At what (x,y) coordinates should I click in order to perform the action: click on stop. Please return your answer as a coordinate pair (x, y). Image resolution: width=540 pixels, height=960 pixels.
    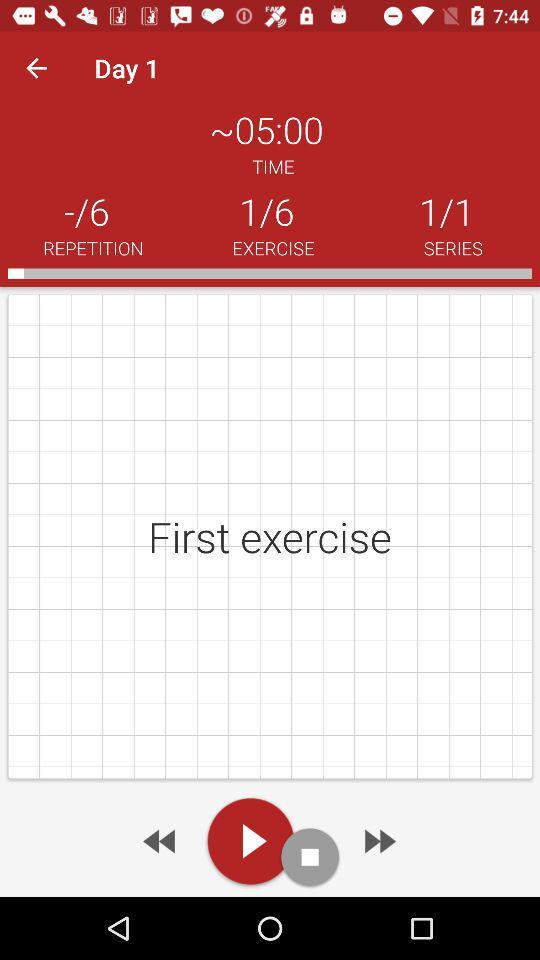
    Looking at the image, I should click on (310, 856).